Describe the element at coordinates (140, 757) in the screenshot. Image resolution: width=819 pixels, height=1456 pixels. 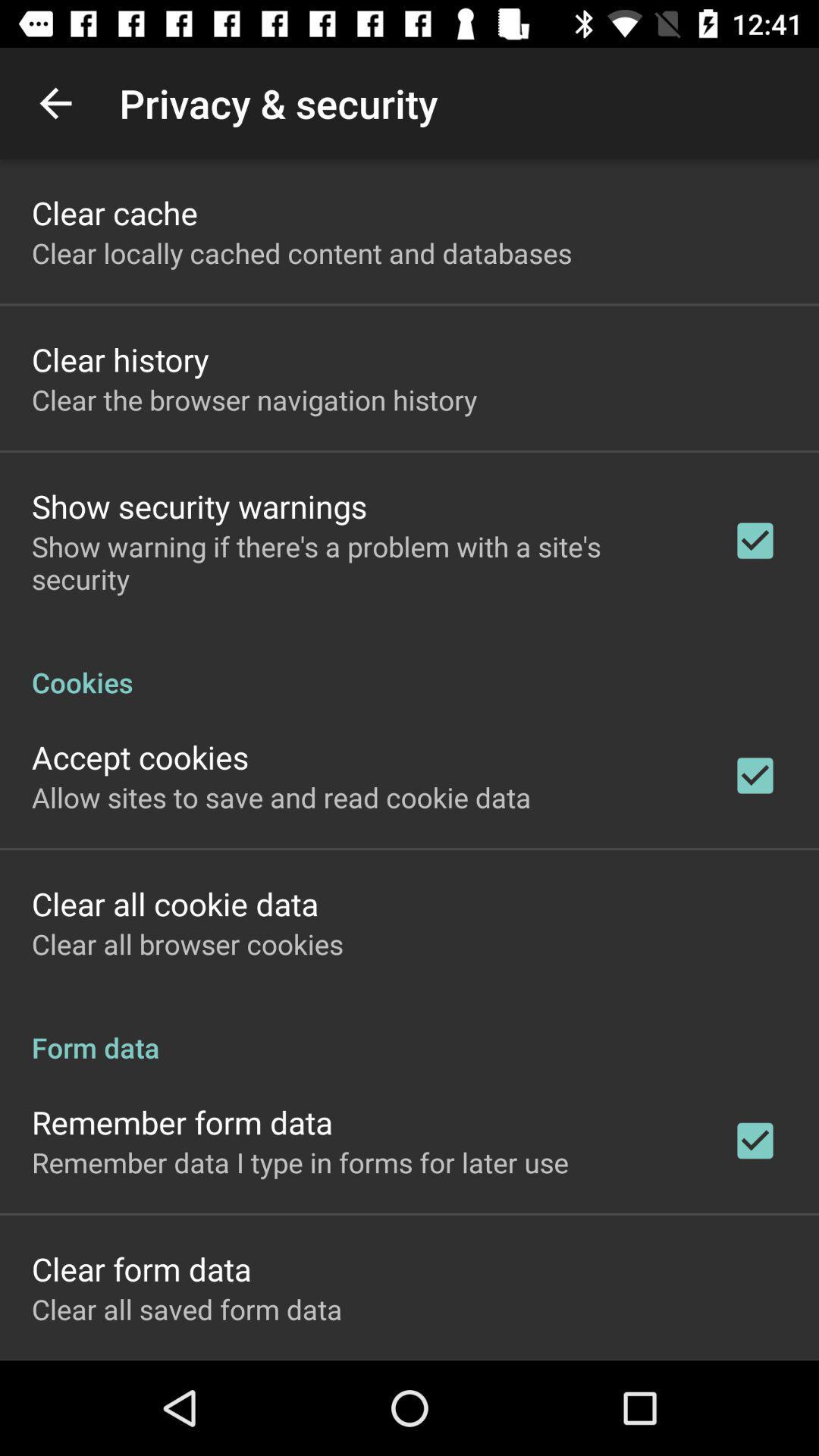
I see `the accept cookies item` at that location.